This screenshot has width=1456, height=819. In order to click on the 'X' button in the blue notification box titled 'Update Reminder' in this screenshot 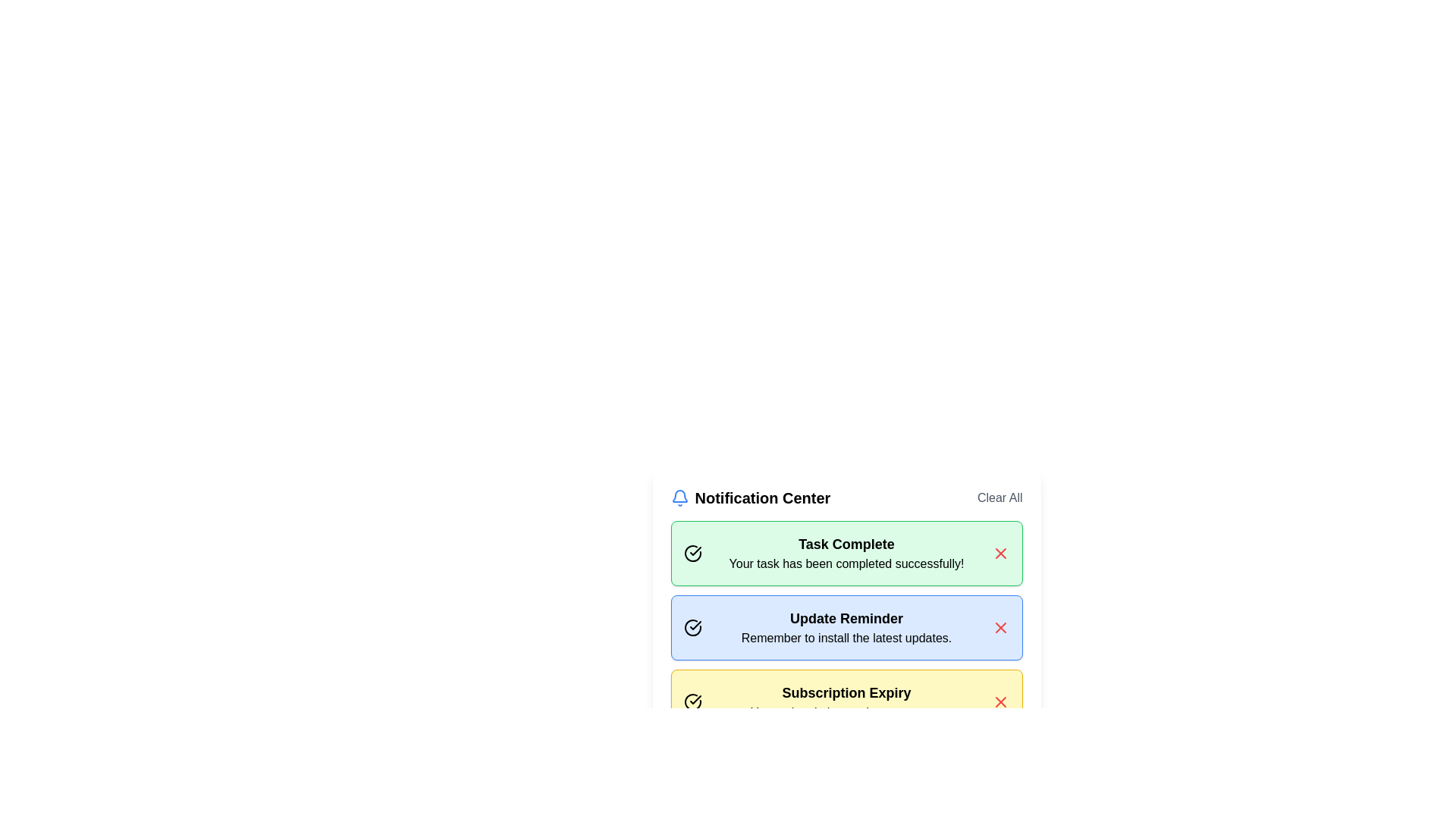, I will do `click(1000, 628)`.